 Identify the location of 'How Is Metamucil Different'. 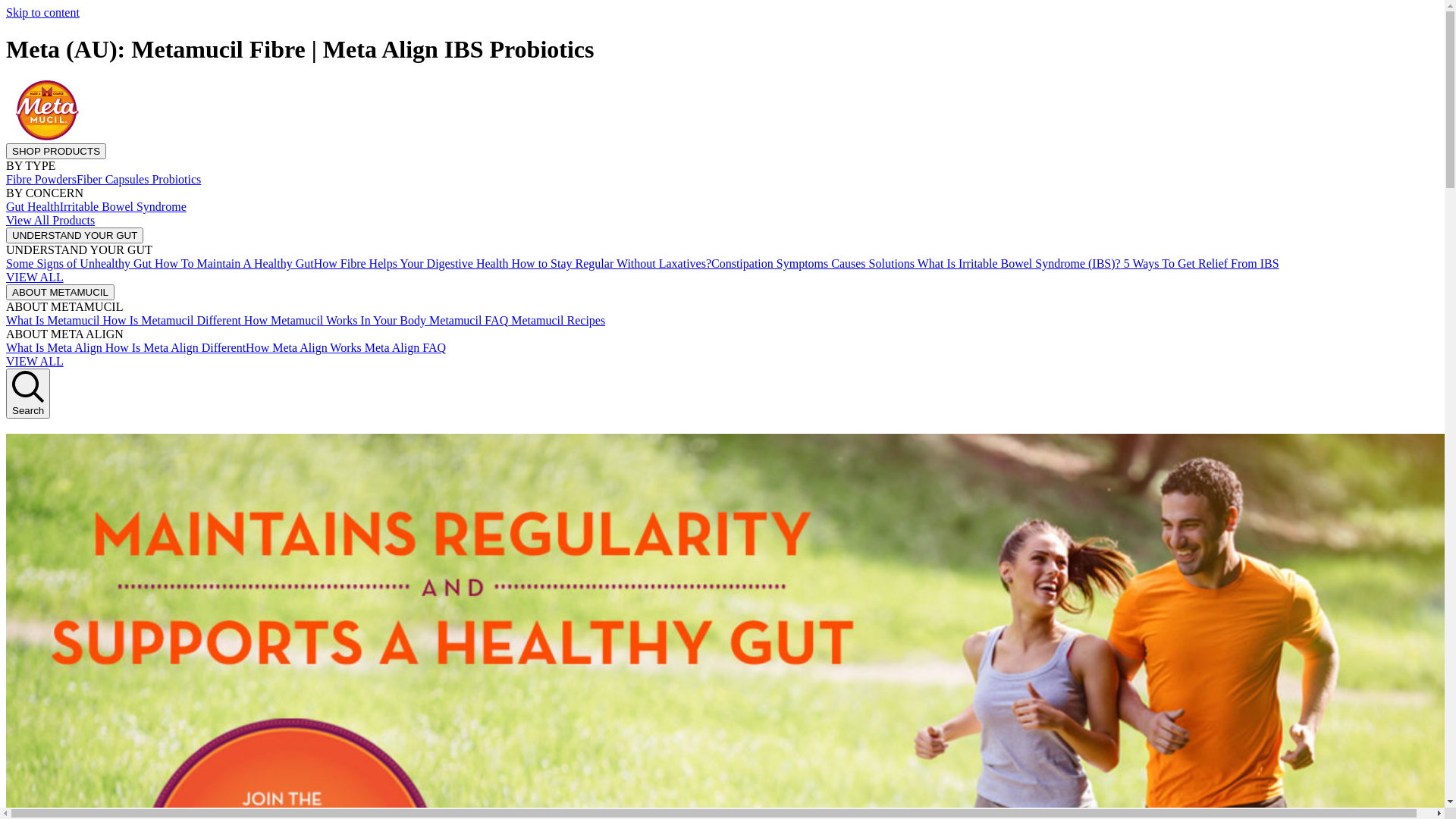
(171, 319).